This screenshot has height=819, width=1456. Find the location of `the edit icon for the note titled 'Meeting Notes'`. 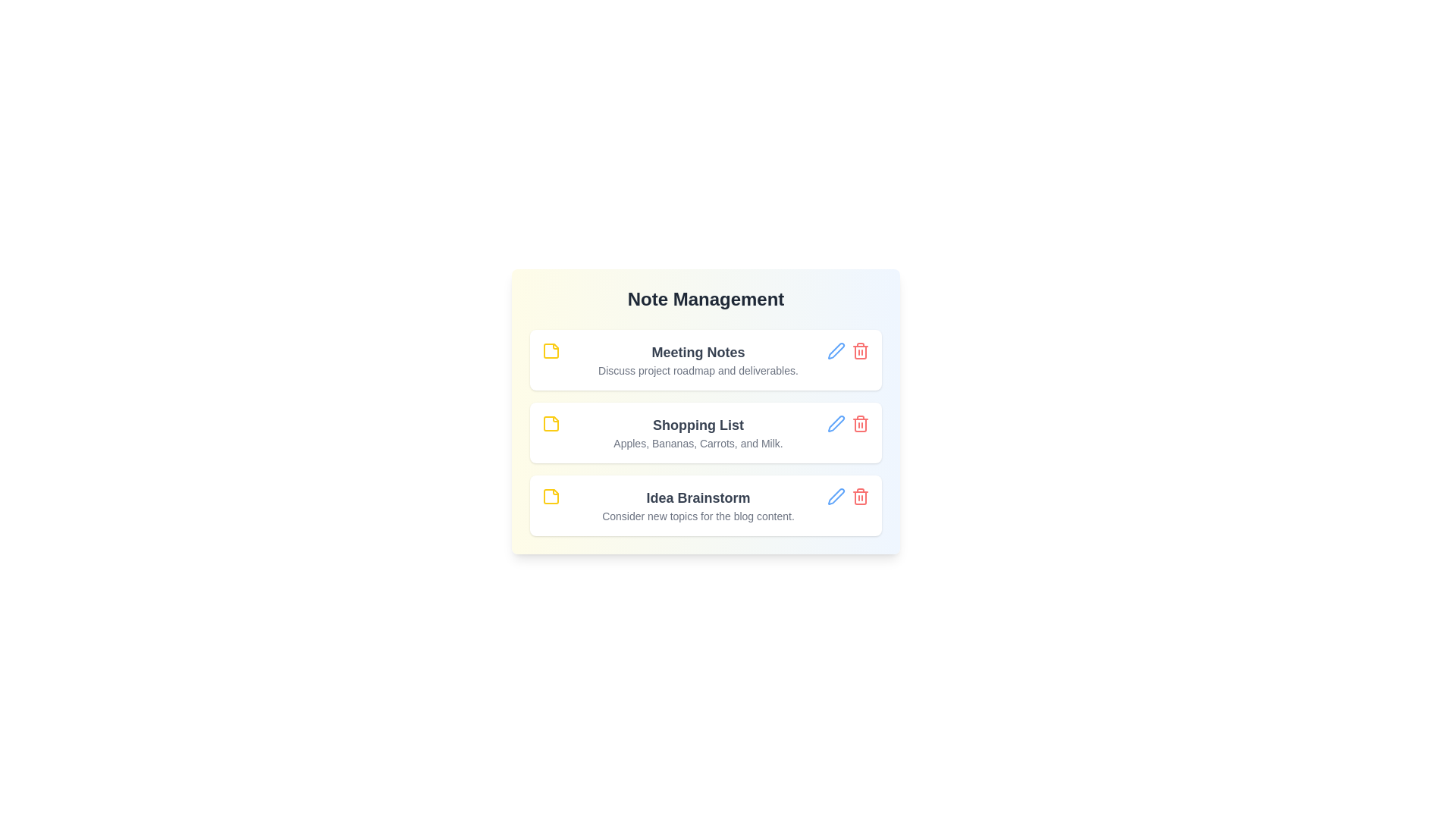

the edit icon for the note titled 'Meeting Notes' is located at coordinates (836, 350).